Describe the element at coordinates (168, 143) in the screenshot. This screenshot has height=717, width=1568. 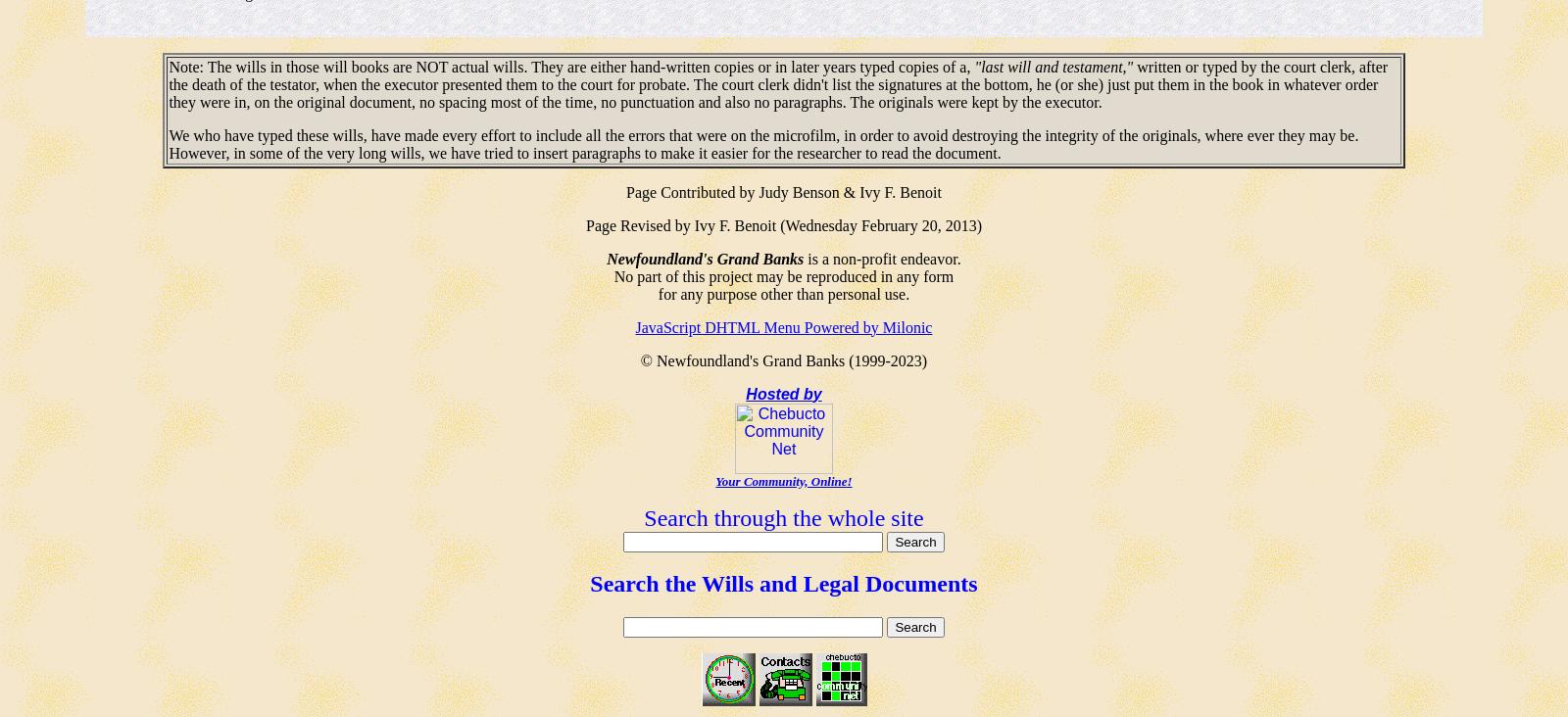
I see `'We who have typed these wills, have made every effort to include all the errors that were on the microfilm, in order to avoid destroying the integrity of the originals, where ever they may be. However, in some of the very long wills, we have tried to insert paragraphs to make it easier for the researcher to read the document.'` at that location.